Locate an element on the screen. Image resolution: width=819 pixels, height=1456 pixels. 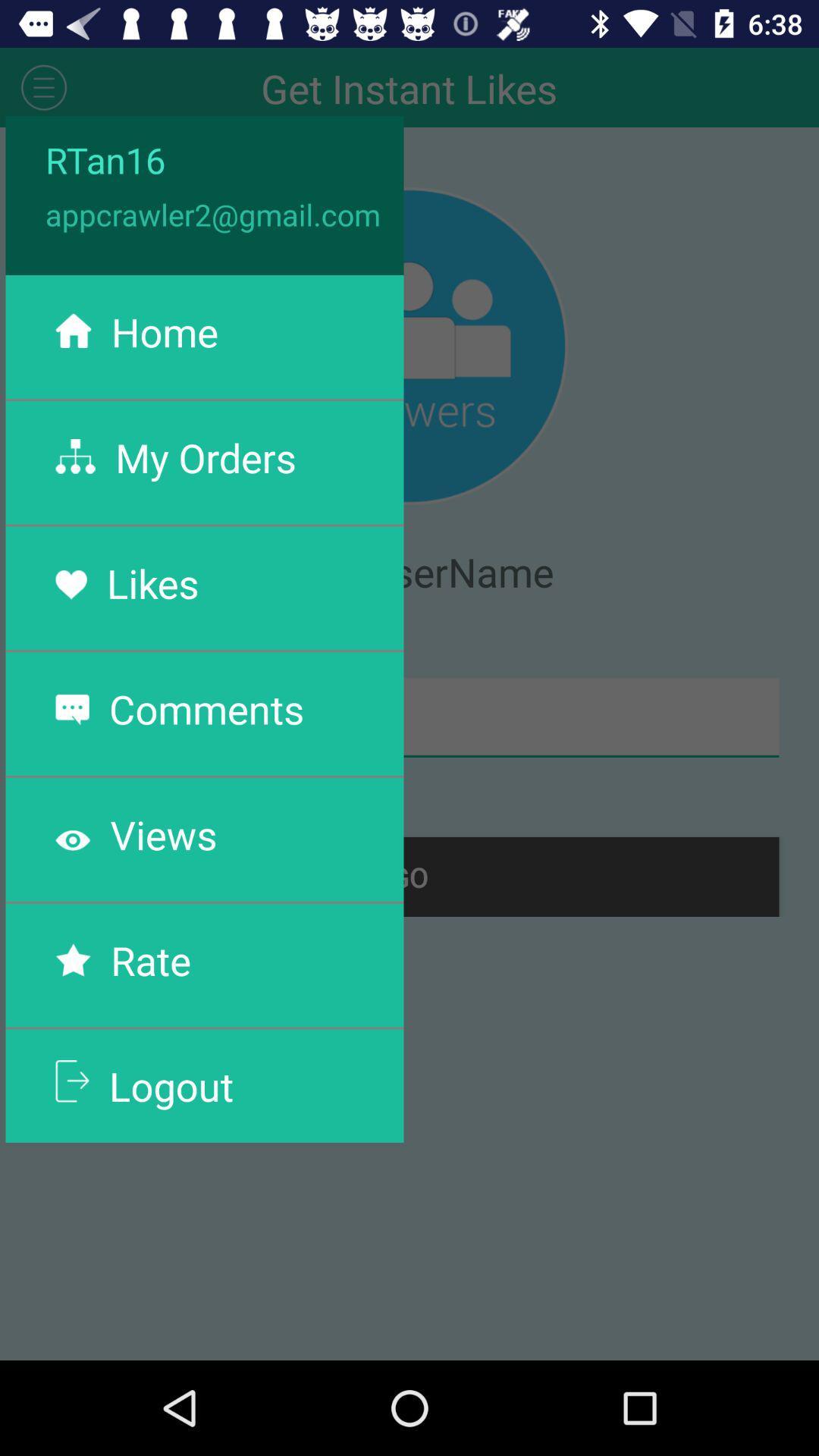
the views icon is located at coordinates (164, 833).